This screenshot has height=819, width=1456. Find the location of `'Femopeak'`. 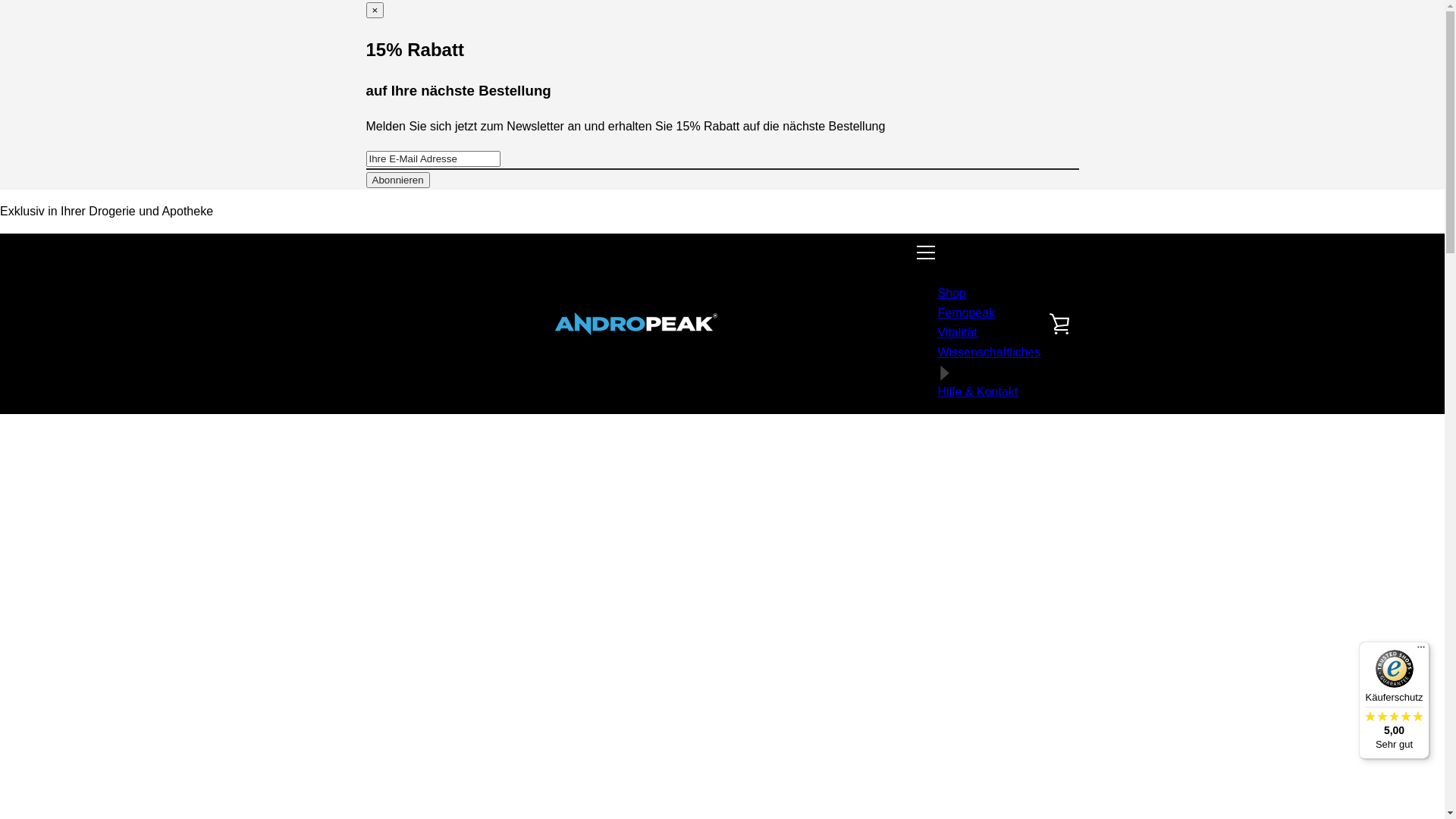

'Femopeak' is located at coordinates (965, 312).